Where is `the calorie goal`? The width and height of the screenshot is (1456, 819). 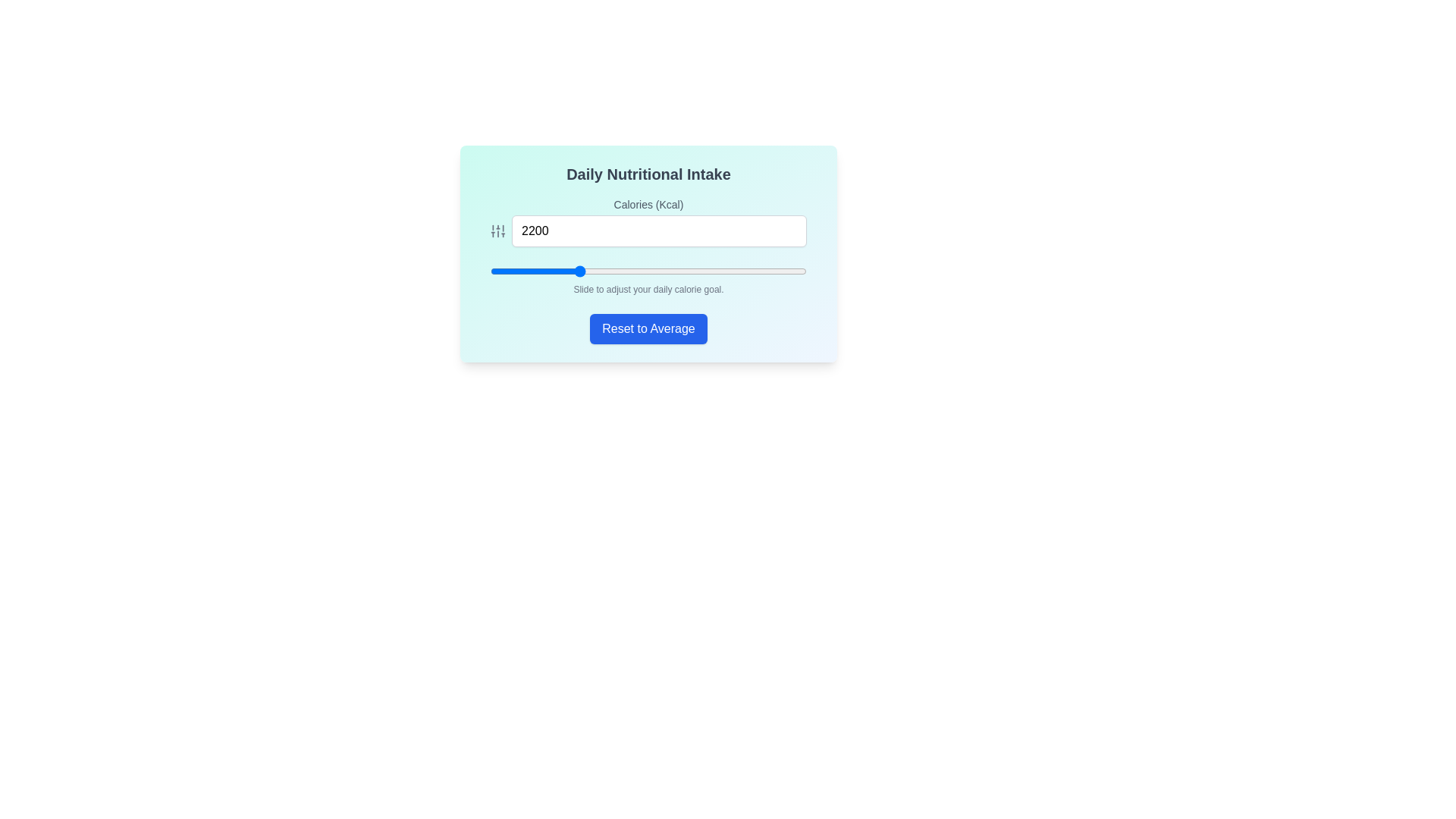
the calorie goal is located at coordinates (570, 271).